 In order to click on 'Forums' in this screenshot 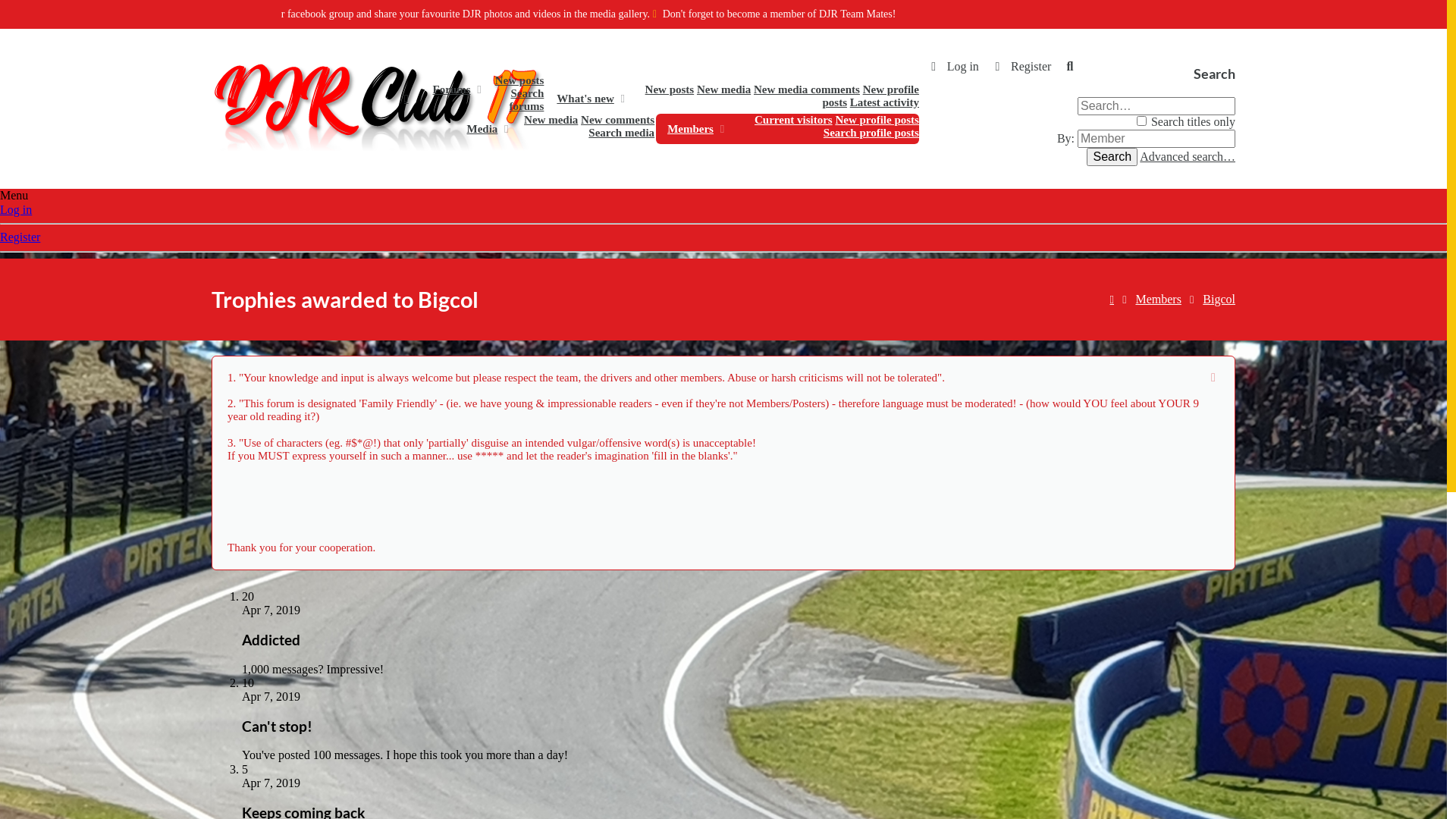, I will do `click(447, 89)`.